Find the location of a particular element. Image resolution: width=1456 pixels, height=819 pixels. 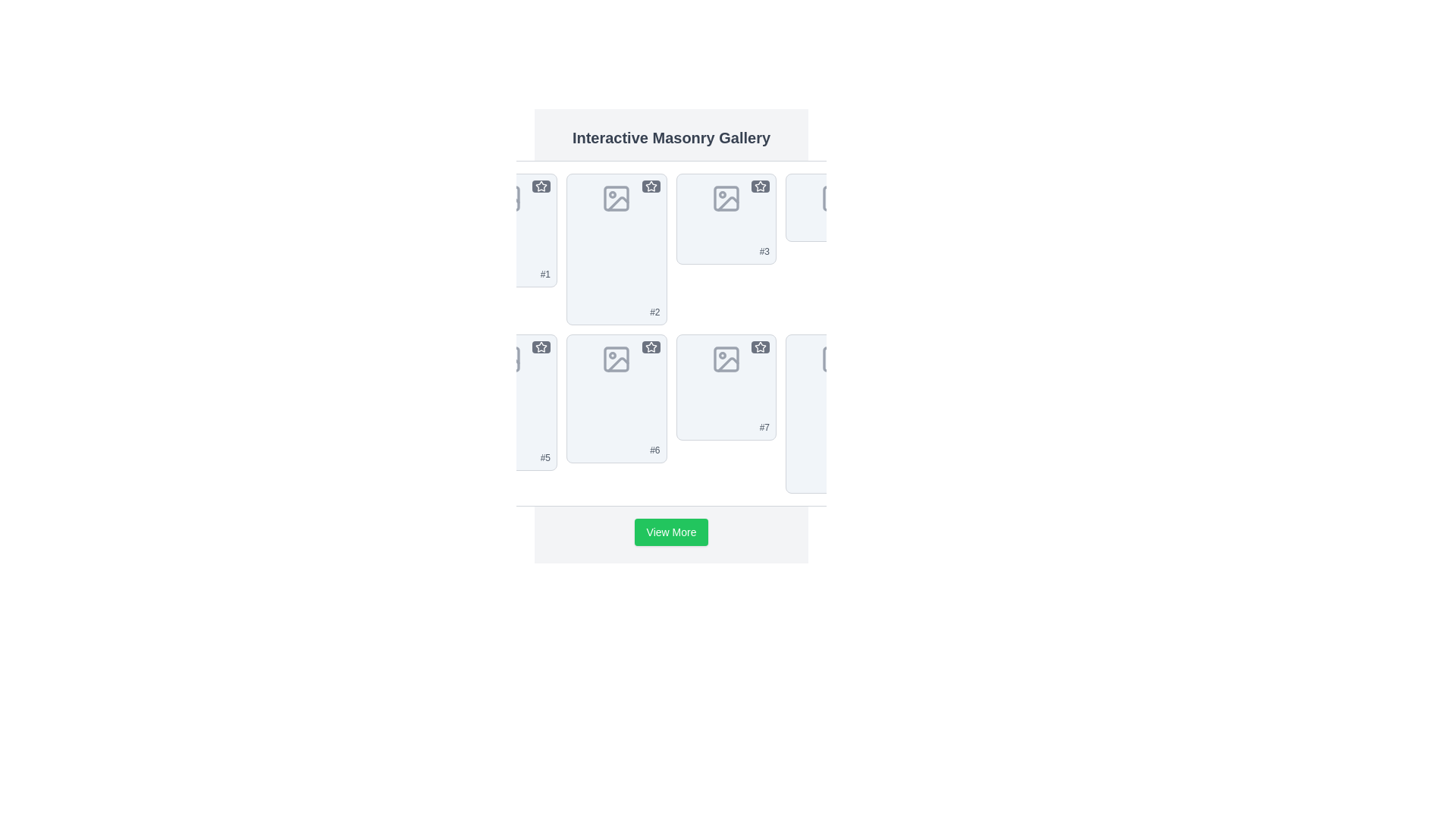

the SVG rectangle component that visually represents an image placeholder in the third visual card of the gallery layout is located at coordinates (725, 198).